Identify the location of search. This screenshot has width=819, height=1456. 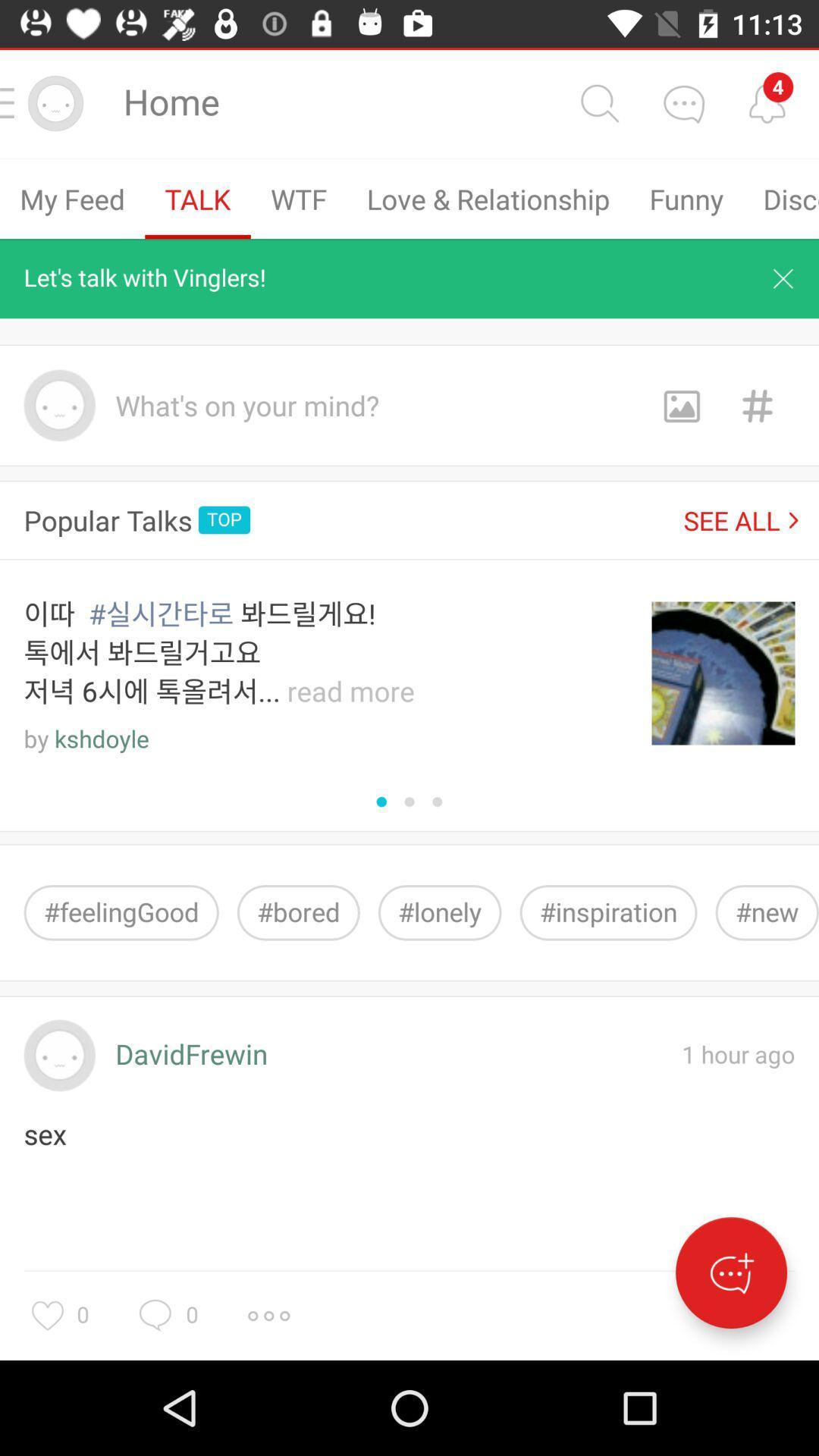
(598, 102).